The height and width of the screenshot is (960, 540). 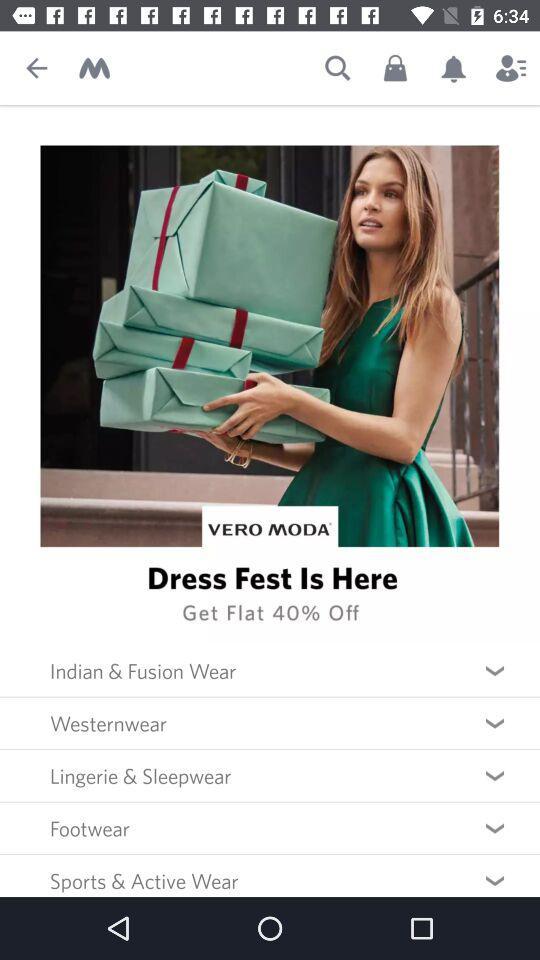 What do you see at coordinates (93, 68) in the screenshot?
I see `moda homepage` at bounding box center [93, 68].